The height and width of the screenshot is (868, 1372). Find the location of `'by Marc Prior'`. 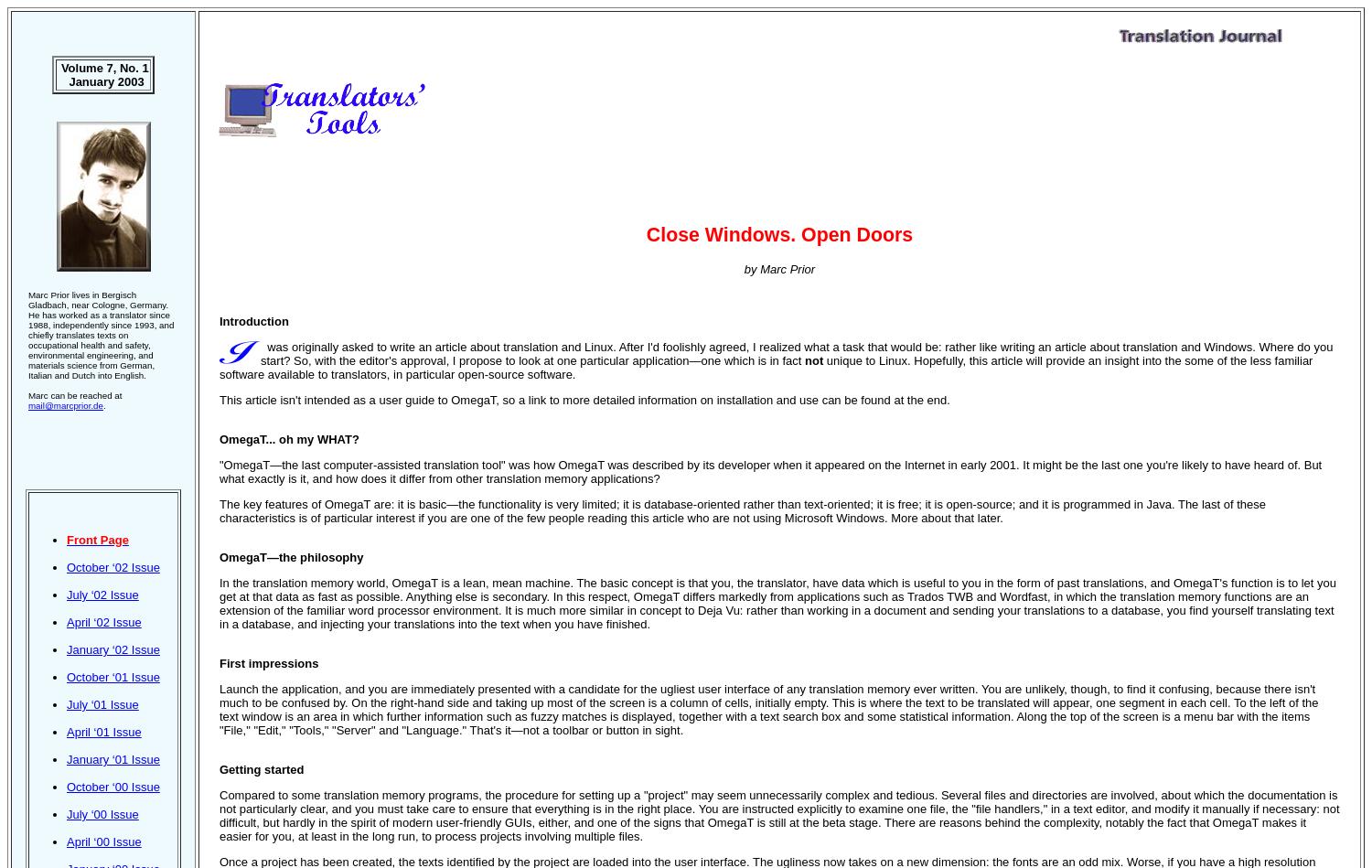

'by Marc Prior' is located at coordinates (777, 268).